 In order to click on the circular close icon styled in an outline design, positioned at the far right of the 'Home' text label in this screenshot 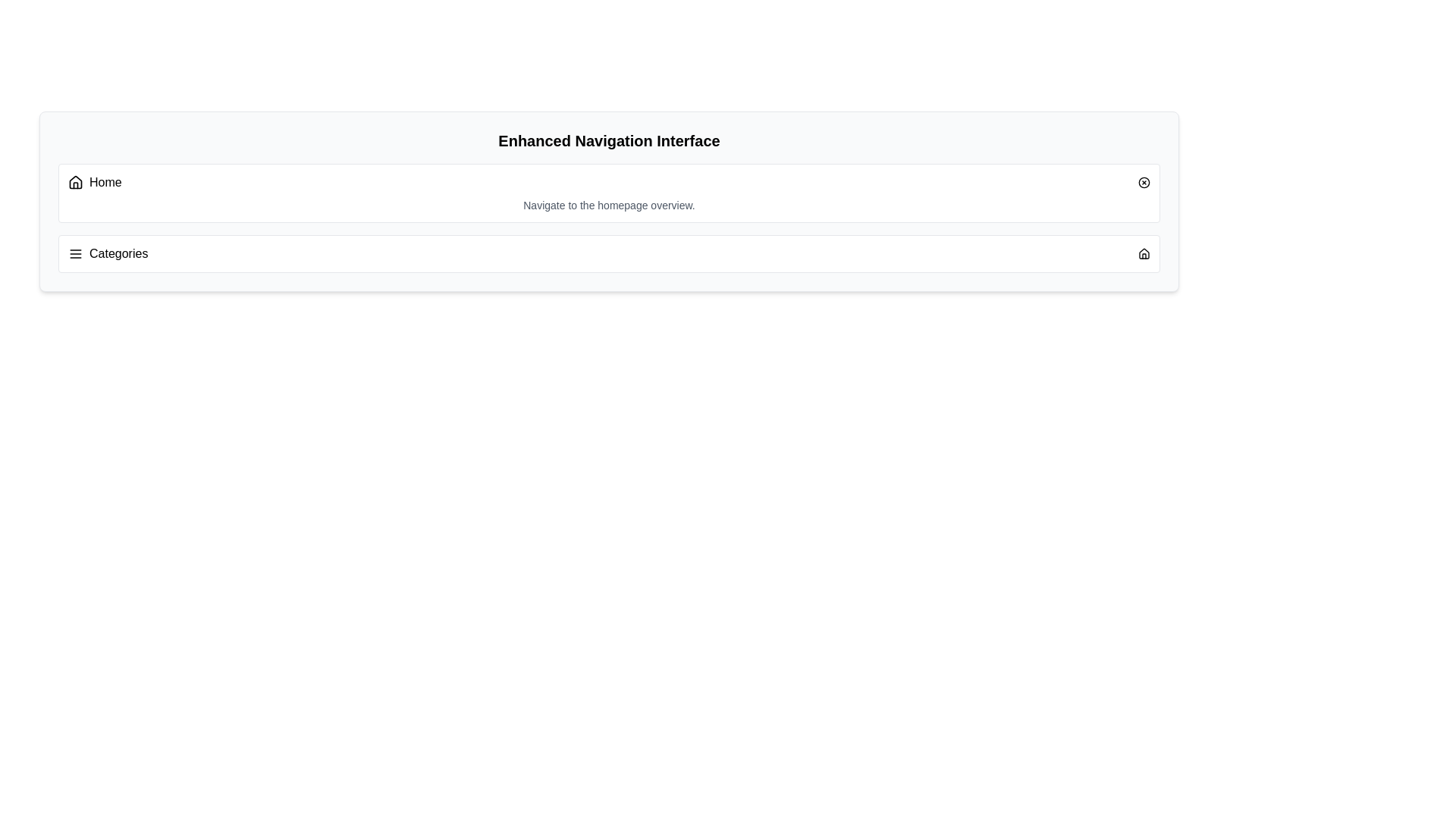, I will do `click(1144, 181)`.